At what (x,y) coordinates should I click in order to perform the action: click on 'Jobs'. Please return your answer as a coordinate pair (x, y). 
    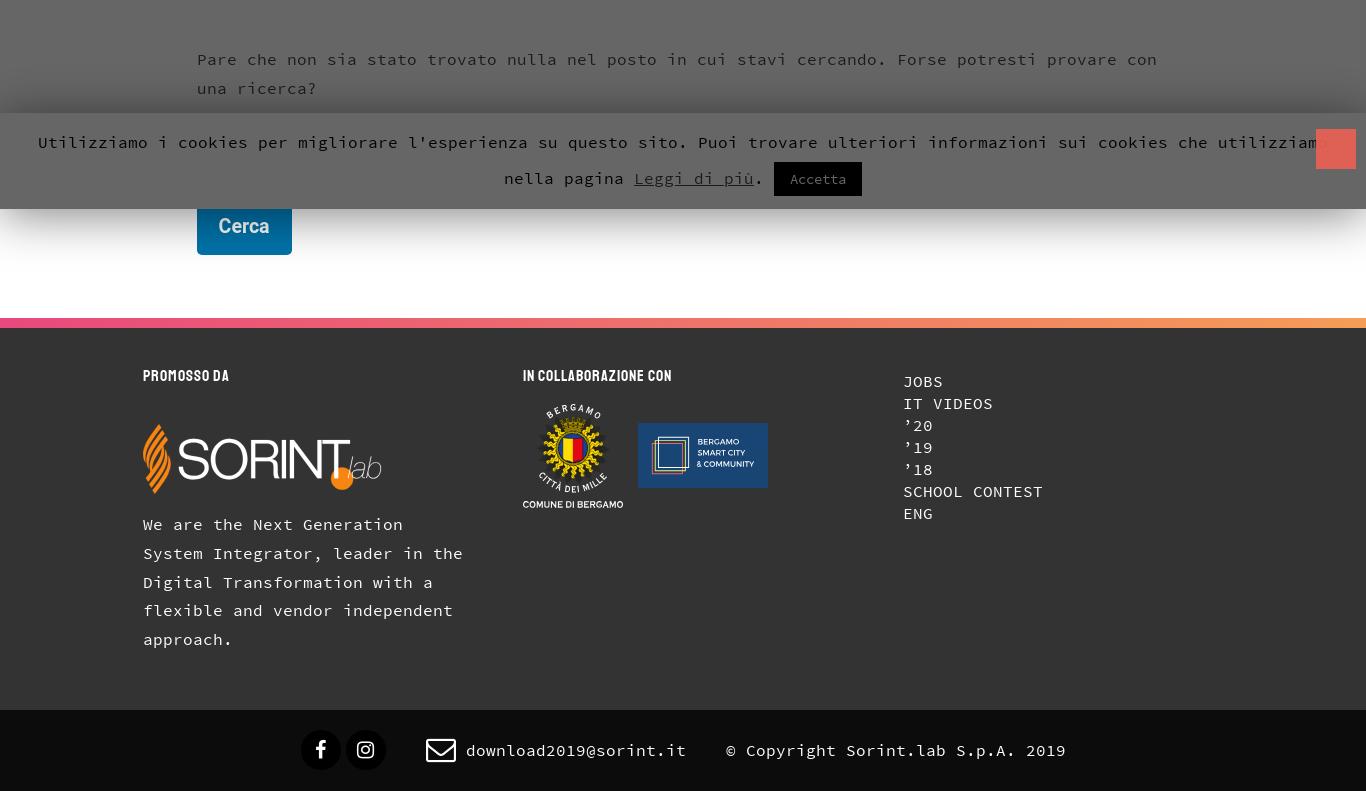
    Looking at the image, I should click on (922, 380).